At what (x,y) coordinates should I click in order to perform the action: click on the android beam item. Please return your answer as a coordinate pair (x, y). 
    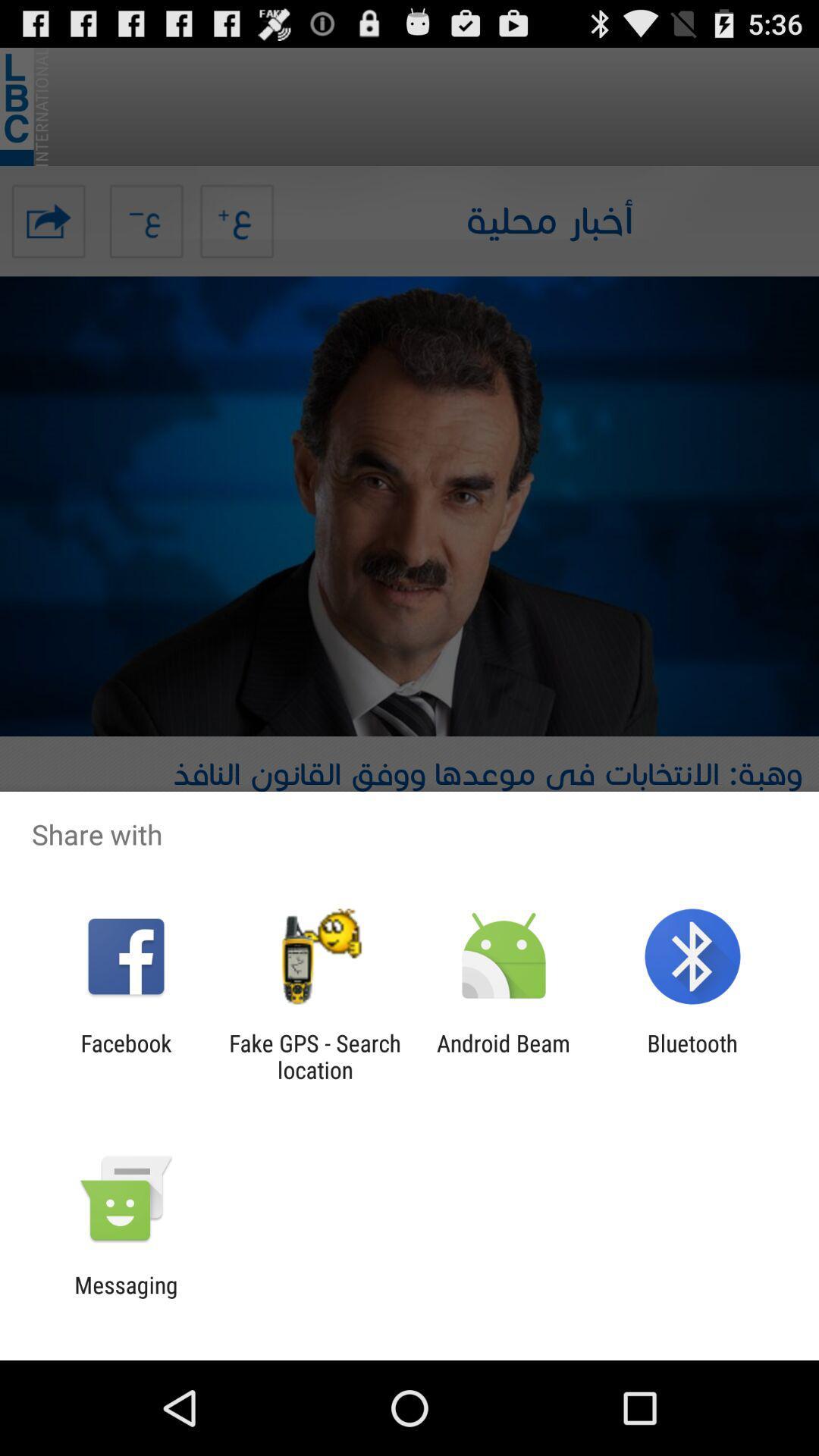
    Looking at the image, I should click on (504, 1056).